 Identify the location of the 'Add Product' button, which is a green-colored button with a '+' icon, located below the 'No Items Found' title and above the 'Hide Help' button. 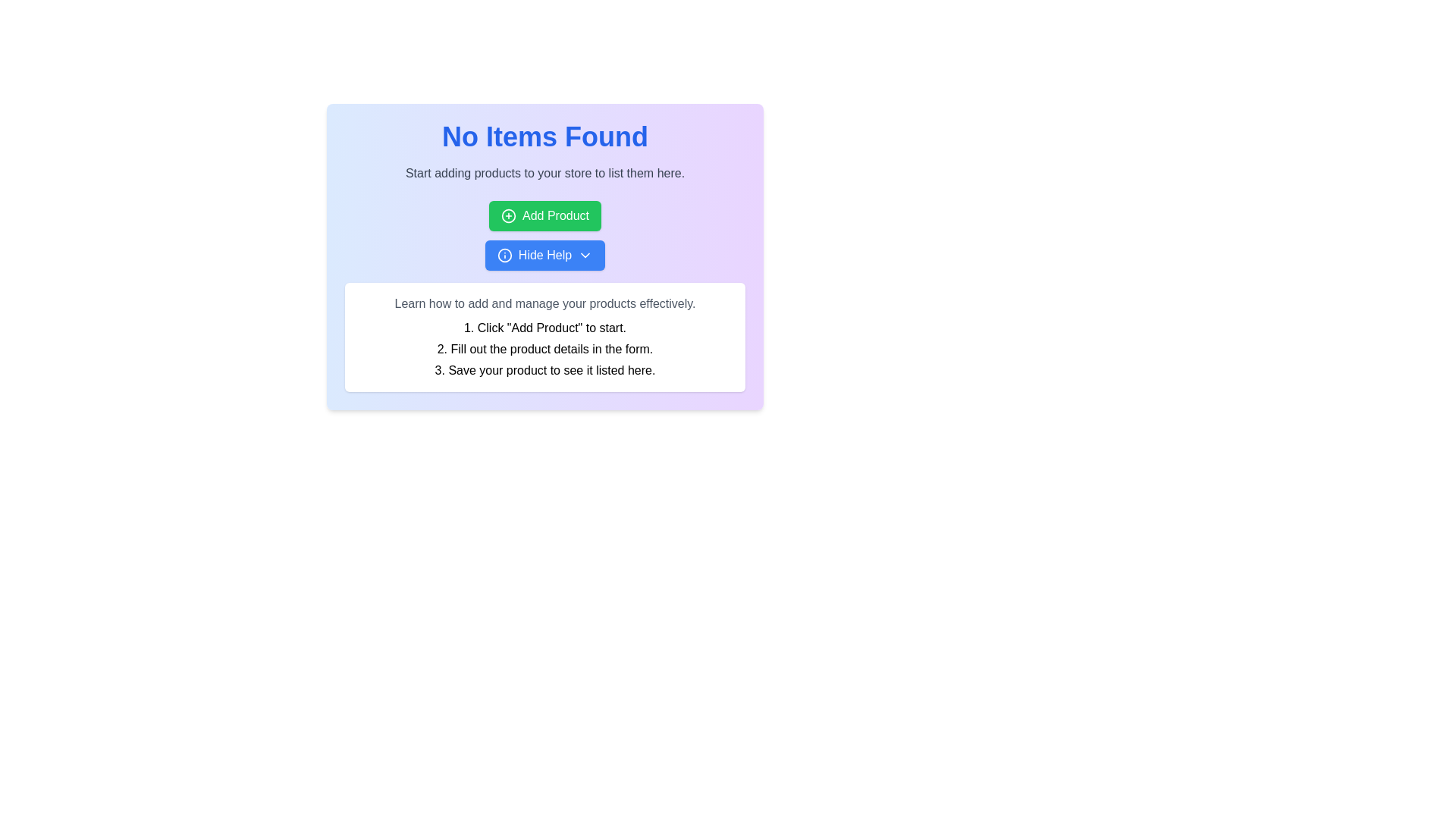
(545, 236).